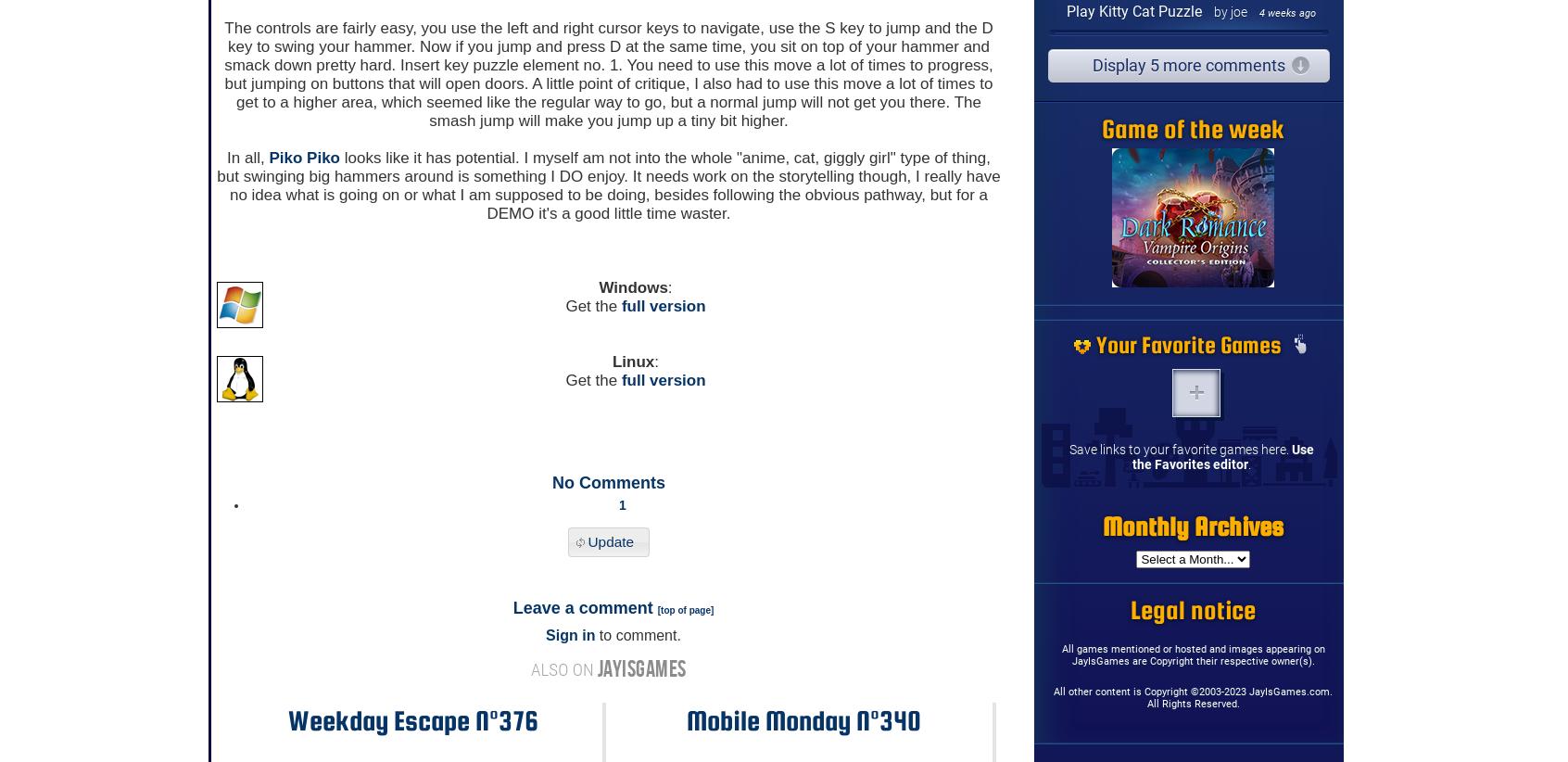 The image size is (1568, 762). I want to click on 'Leave a comment', so click(583, 608).